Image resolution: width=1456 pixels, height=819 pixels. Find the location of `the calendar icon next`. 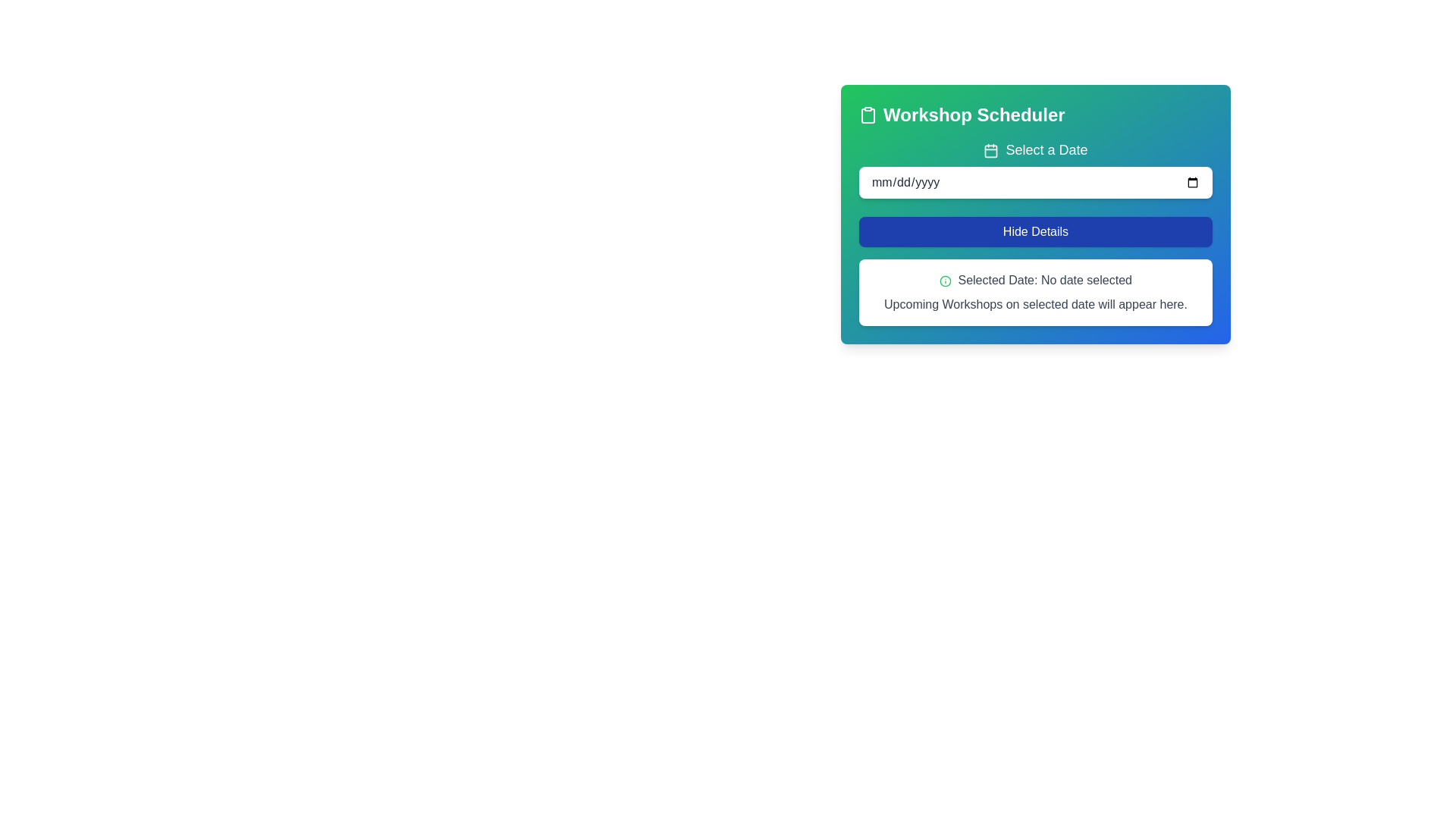

the calendar icon next is located at coordinates (1035, 181).